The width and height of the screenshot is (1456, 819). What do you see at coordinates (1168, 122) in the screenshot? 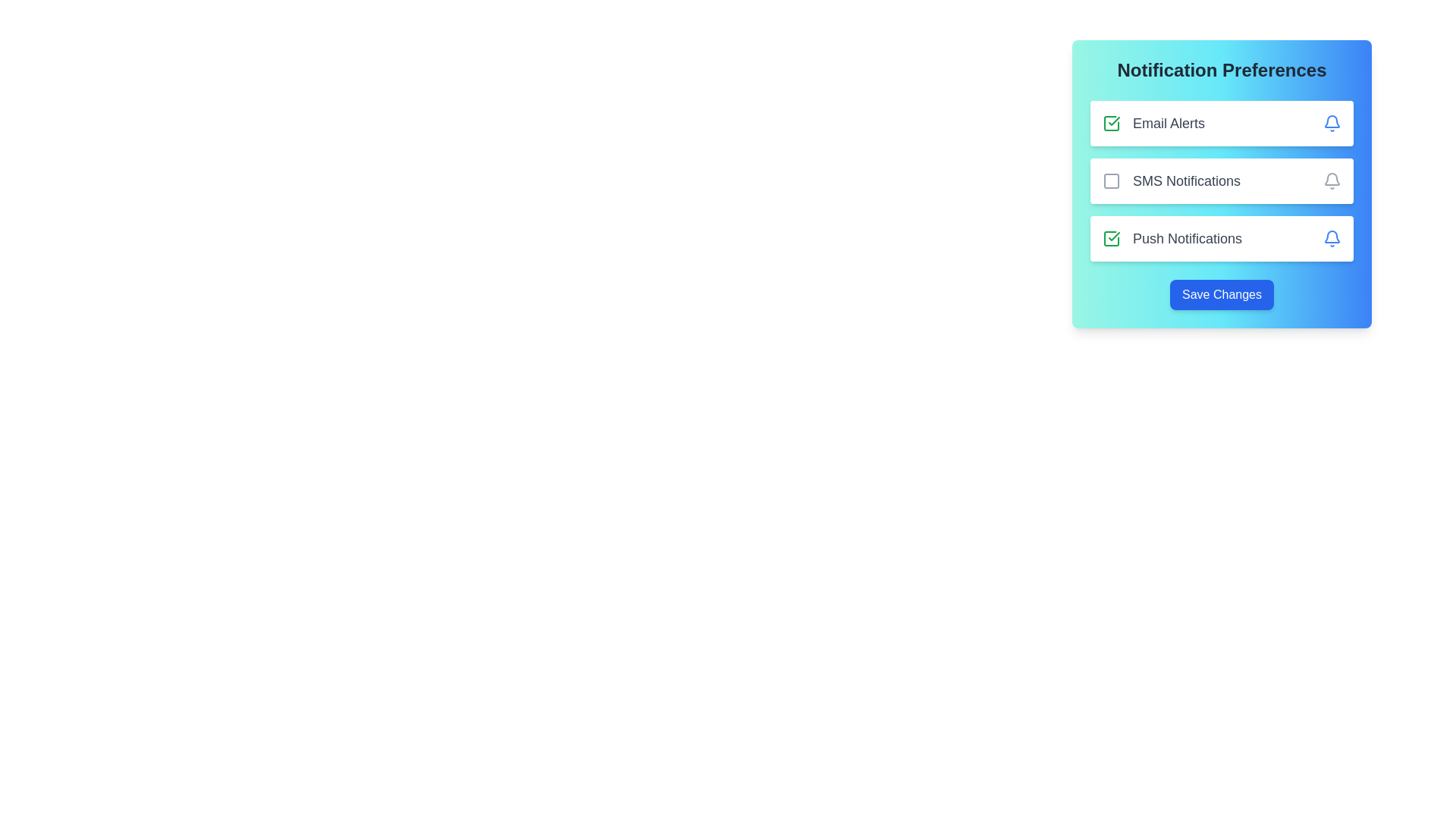
I see `the 'Email Alerts' text label, which is styled with gray color, medium font size, and bold appearance, located in the notification preferences section of the UI card` at bounding box center [1168, 122].